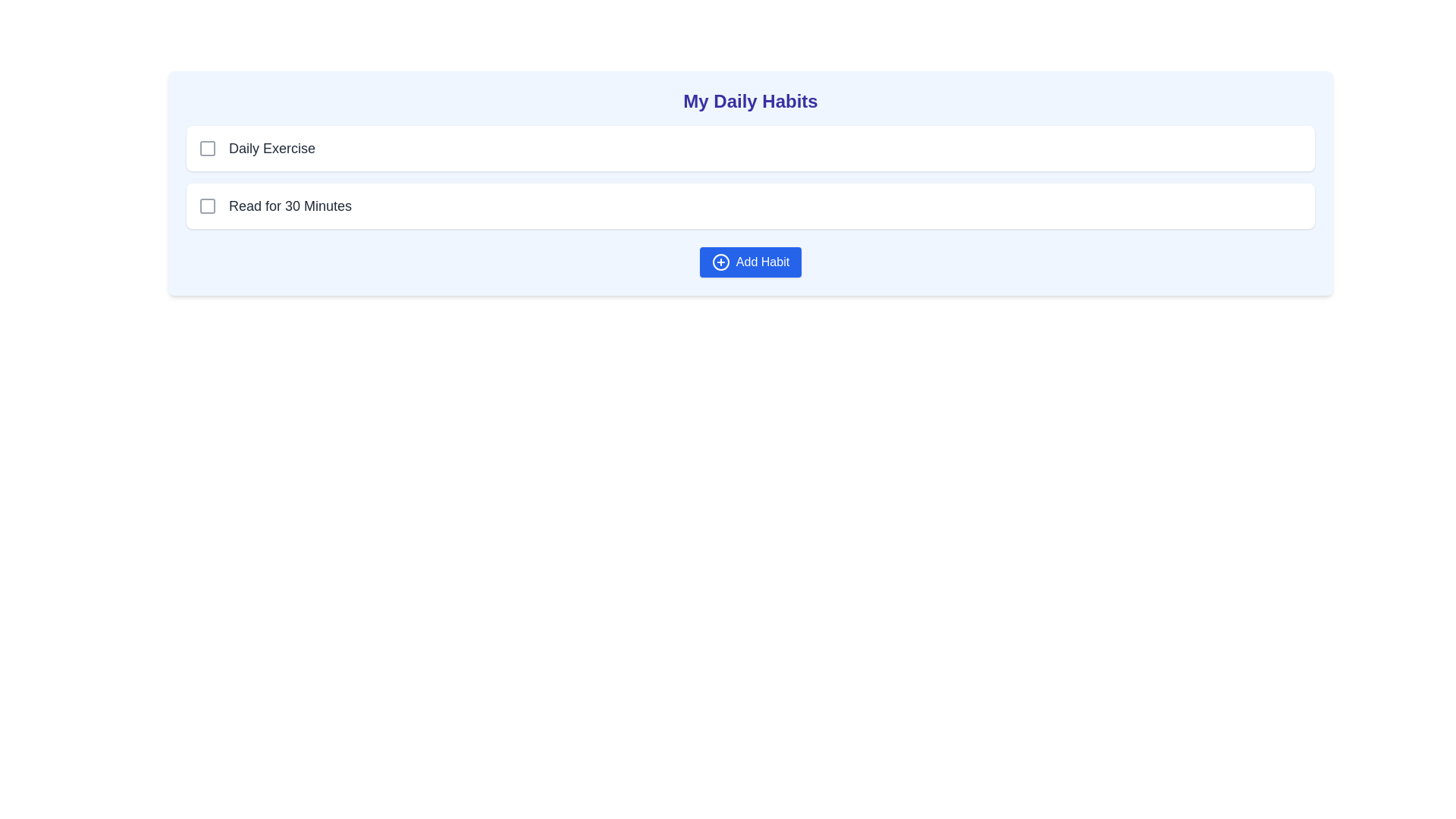 Image resolution: width=1456 pixels, height=819 pixels. Describe the element at coordinates (206, 149) in the screenshot. I see `the SVG Icon located to the left of the 'Daily Exercise' text` at that location.